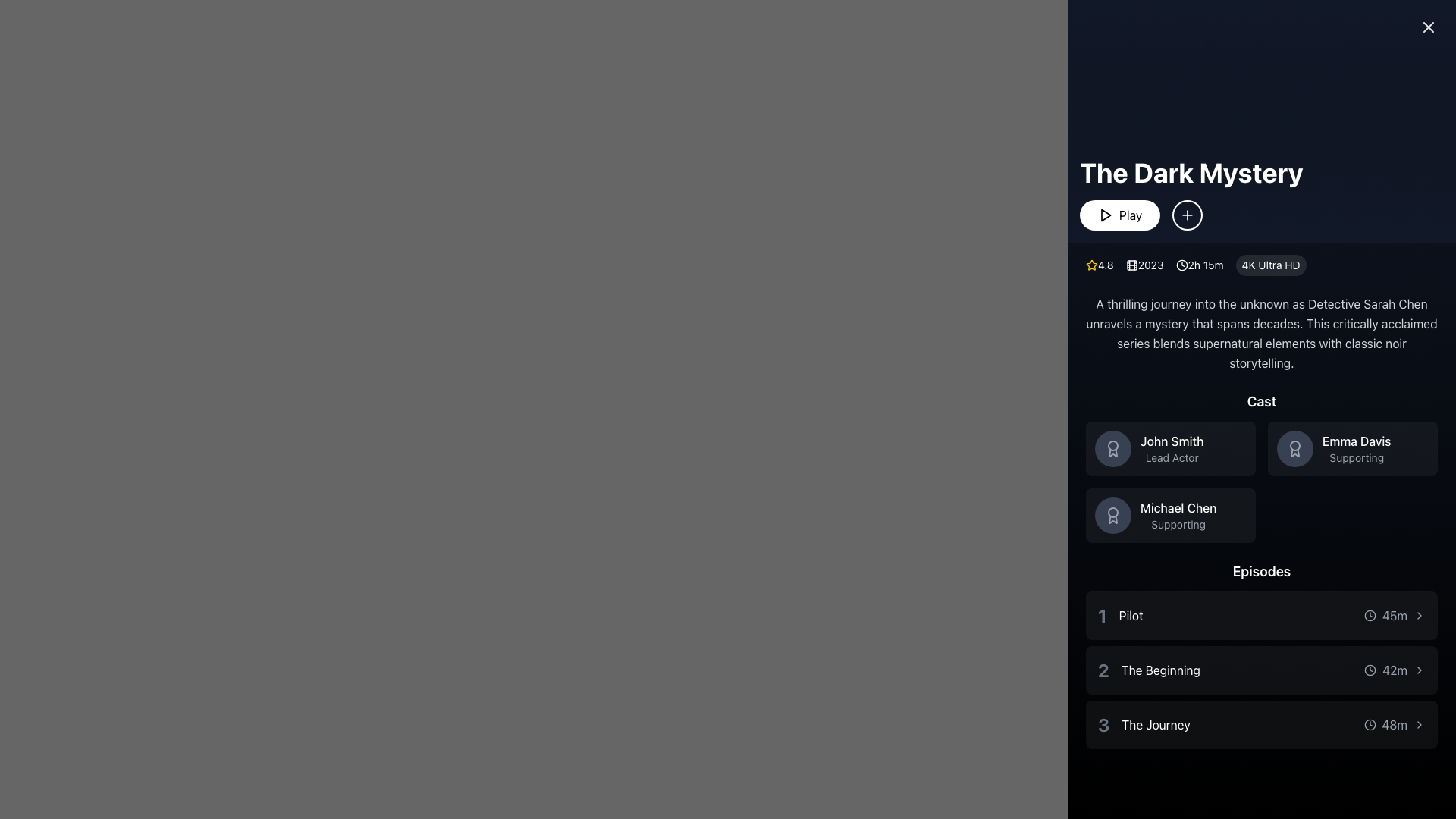 The height and width of the screenshot is (819, 1456). I want to click on the numeral '1' text label styled in bold gray font, which is positioned to the left of the text 'Pilot' in the episode listing under 'Episodes', so click(1102, 616).